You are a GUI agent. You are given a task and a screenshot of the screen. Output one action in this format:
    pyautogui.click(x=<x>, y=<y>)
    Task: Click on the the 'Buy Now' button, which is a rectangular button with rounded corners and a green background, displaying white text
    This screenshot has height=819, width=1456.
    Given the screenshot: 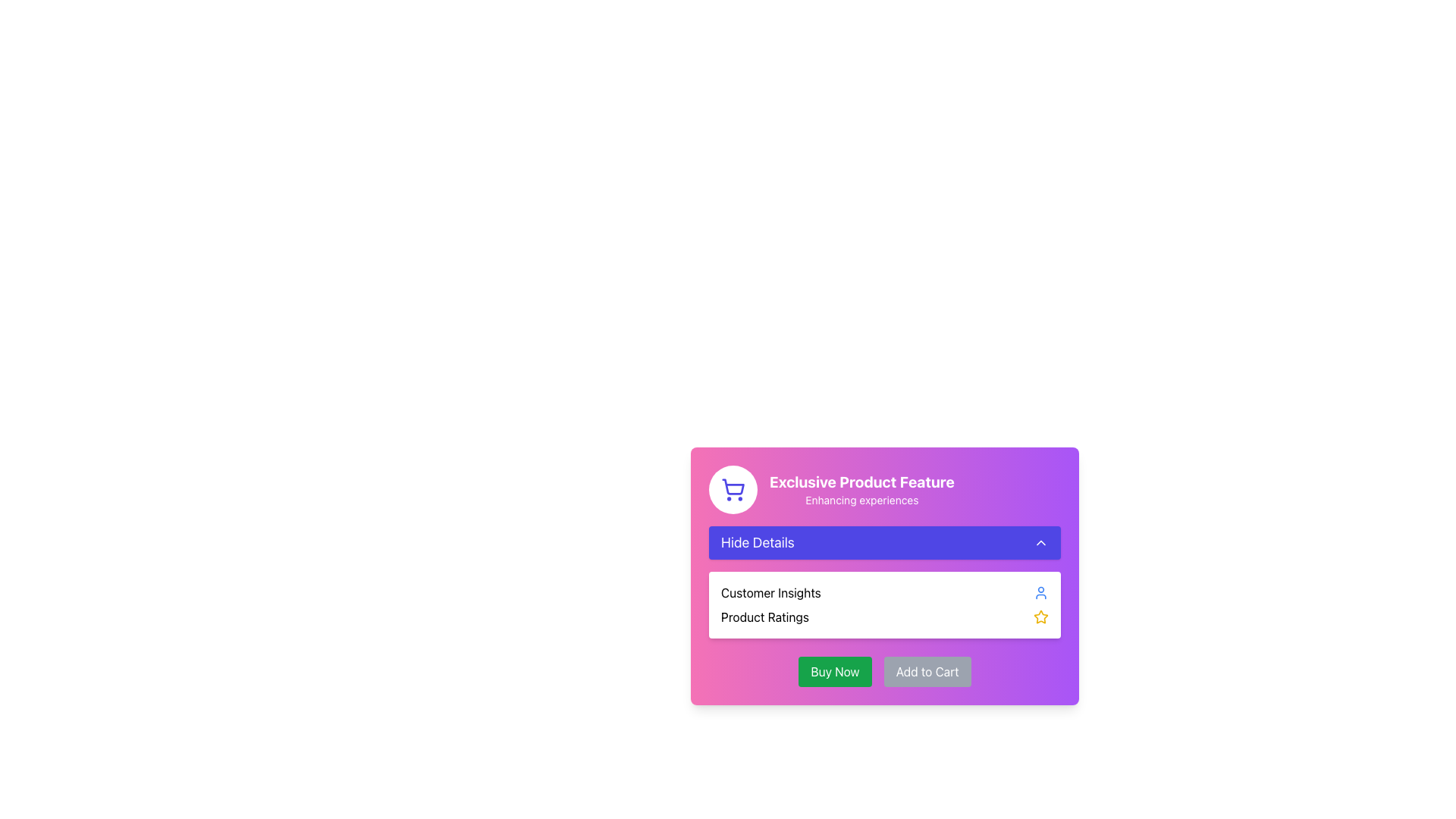 What is the action you would take?
    pyautogui.click(x=834, y=671)
    